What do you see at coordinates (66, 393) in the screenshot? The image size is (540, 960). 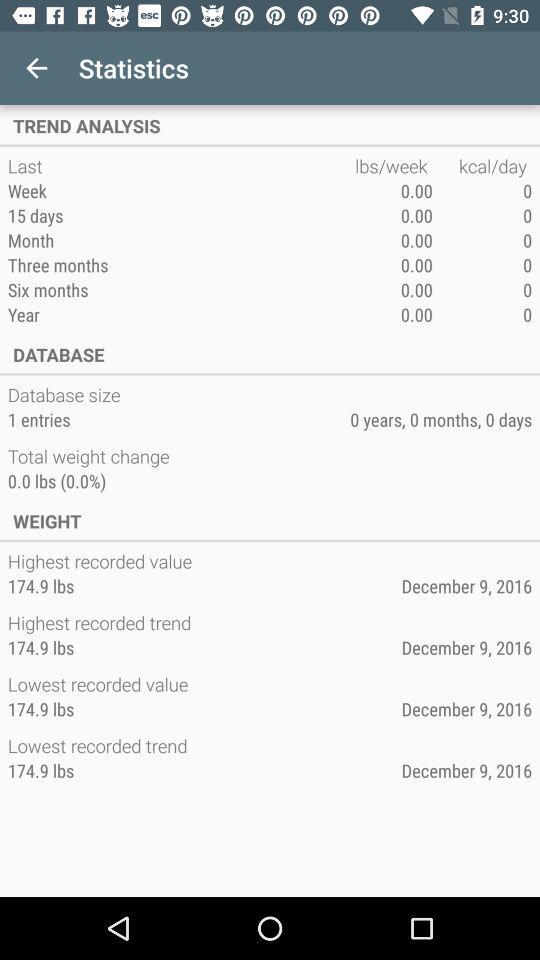 I see `the item above 1 entries item` at bounding box center [66, 393].